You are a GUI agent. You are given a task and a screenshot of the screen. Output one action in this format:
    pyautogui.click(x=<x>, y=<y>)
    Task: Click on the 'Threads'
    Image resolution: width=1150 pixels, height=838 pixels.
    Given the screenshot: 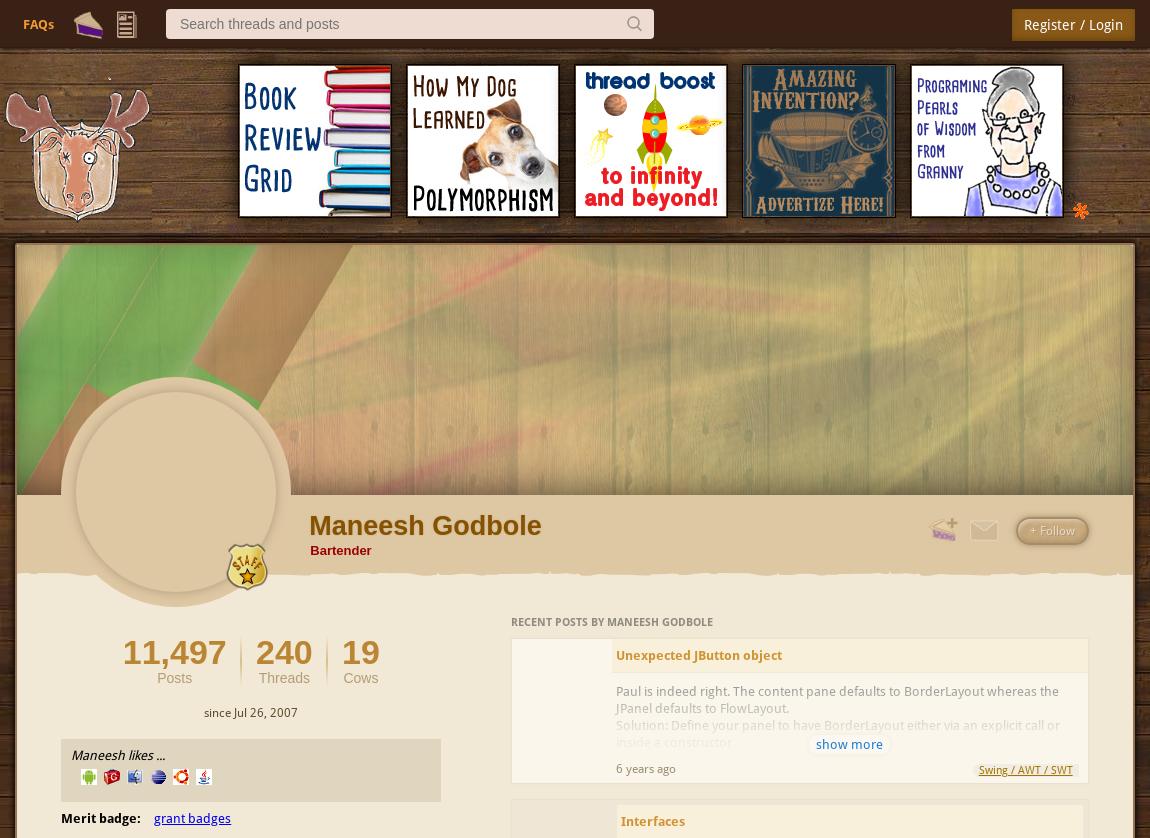 What is the action you would take?
    pyautogui.click(x=283, y=676)
    